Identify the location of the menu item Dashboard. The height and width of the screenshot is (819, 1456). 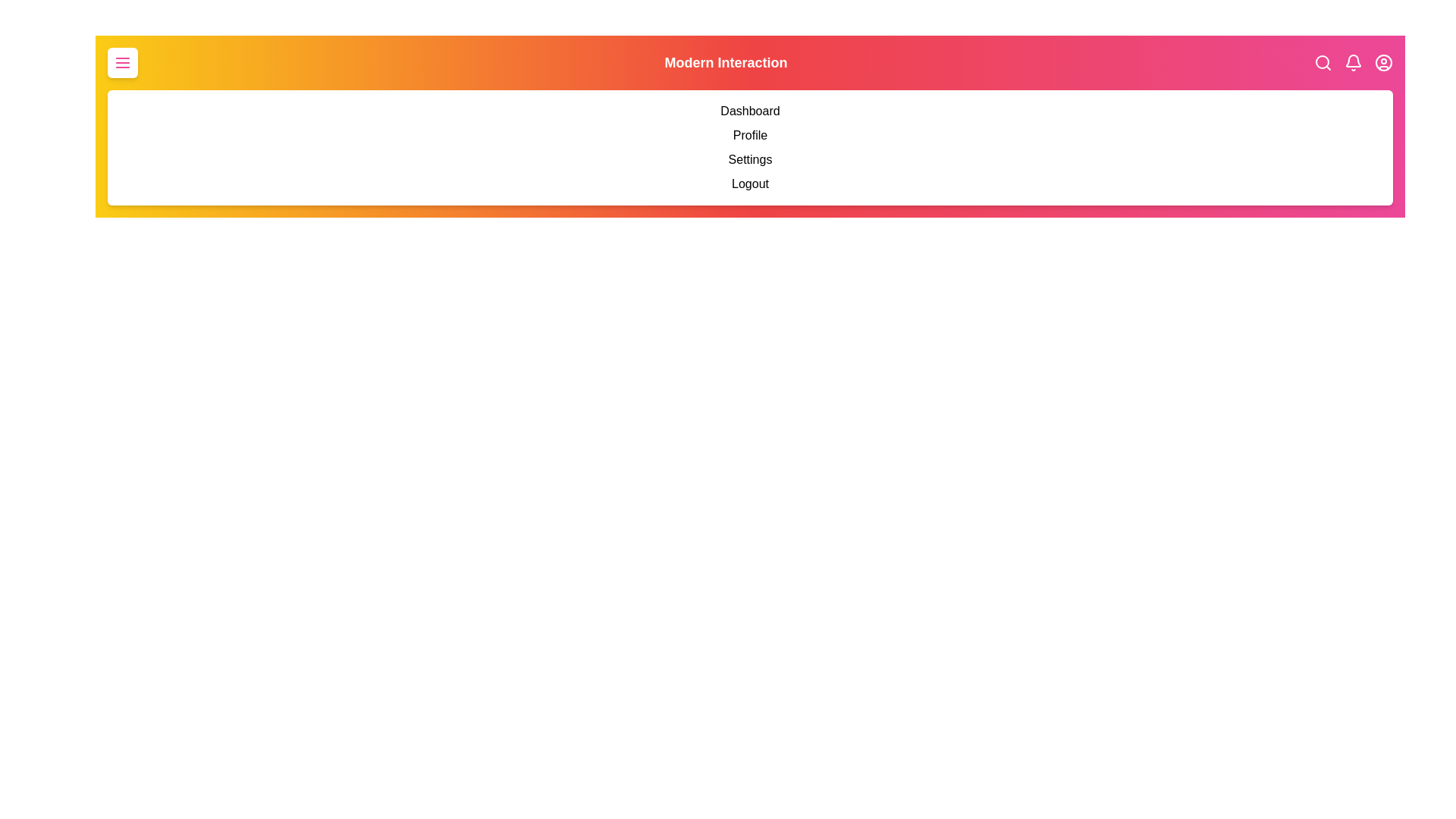
(119, 110).